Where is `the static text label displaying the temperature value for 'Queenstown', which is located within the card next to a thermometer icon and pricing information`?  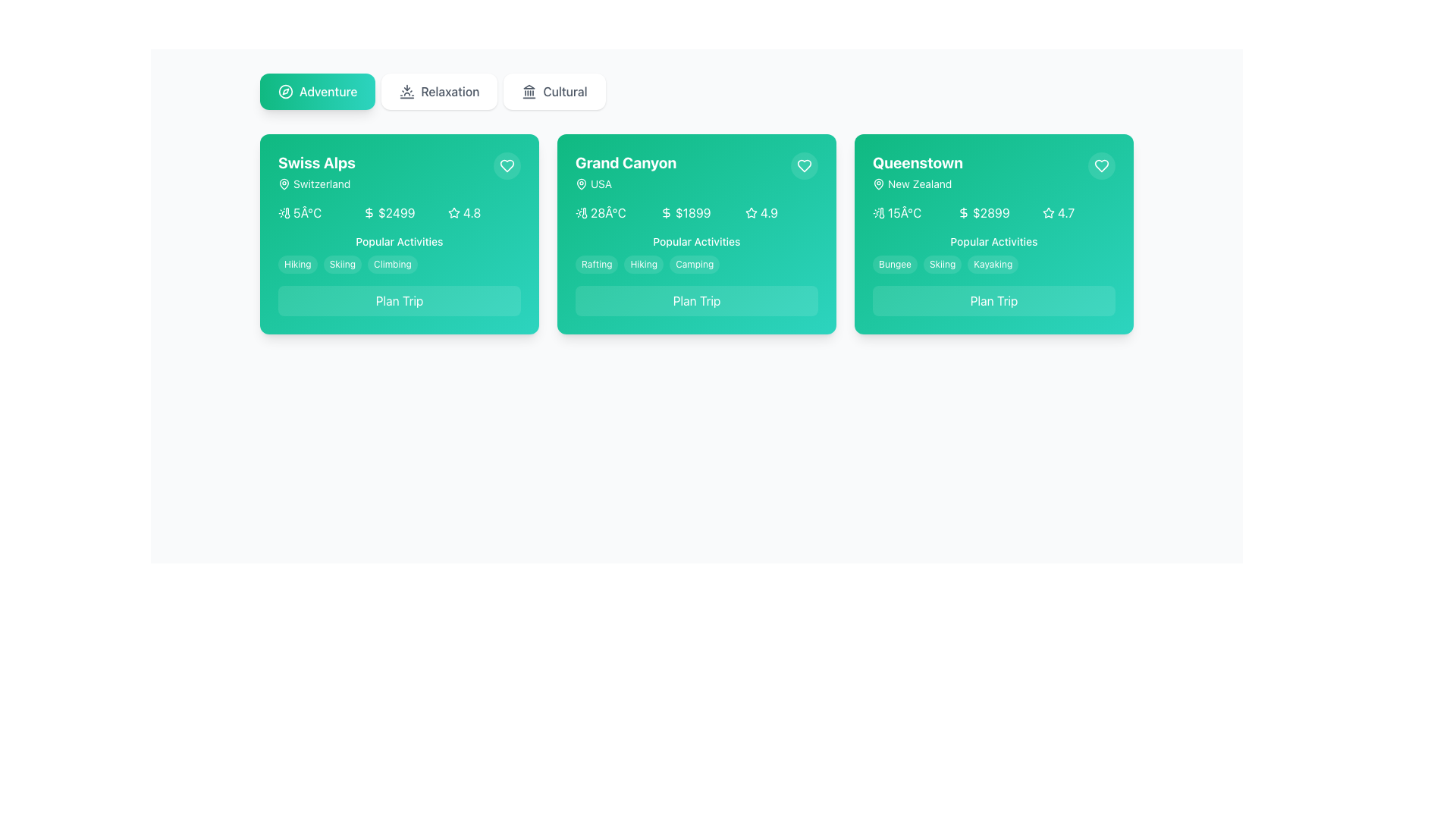
the static text label displaying the temperature value for 'Queenstown', which is located within the card next to a thermometer icon and pricing information is located at coordinates (905, 213).